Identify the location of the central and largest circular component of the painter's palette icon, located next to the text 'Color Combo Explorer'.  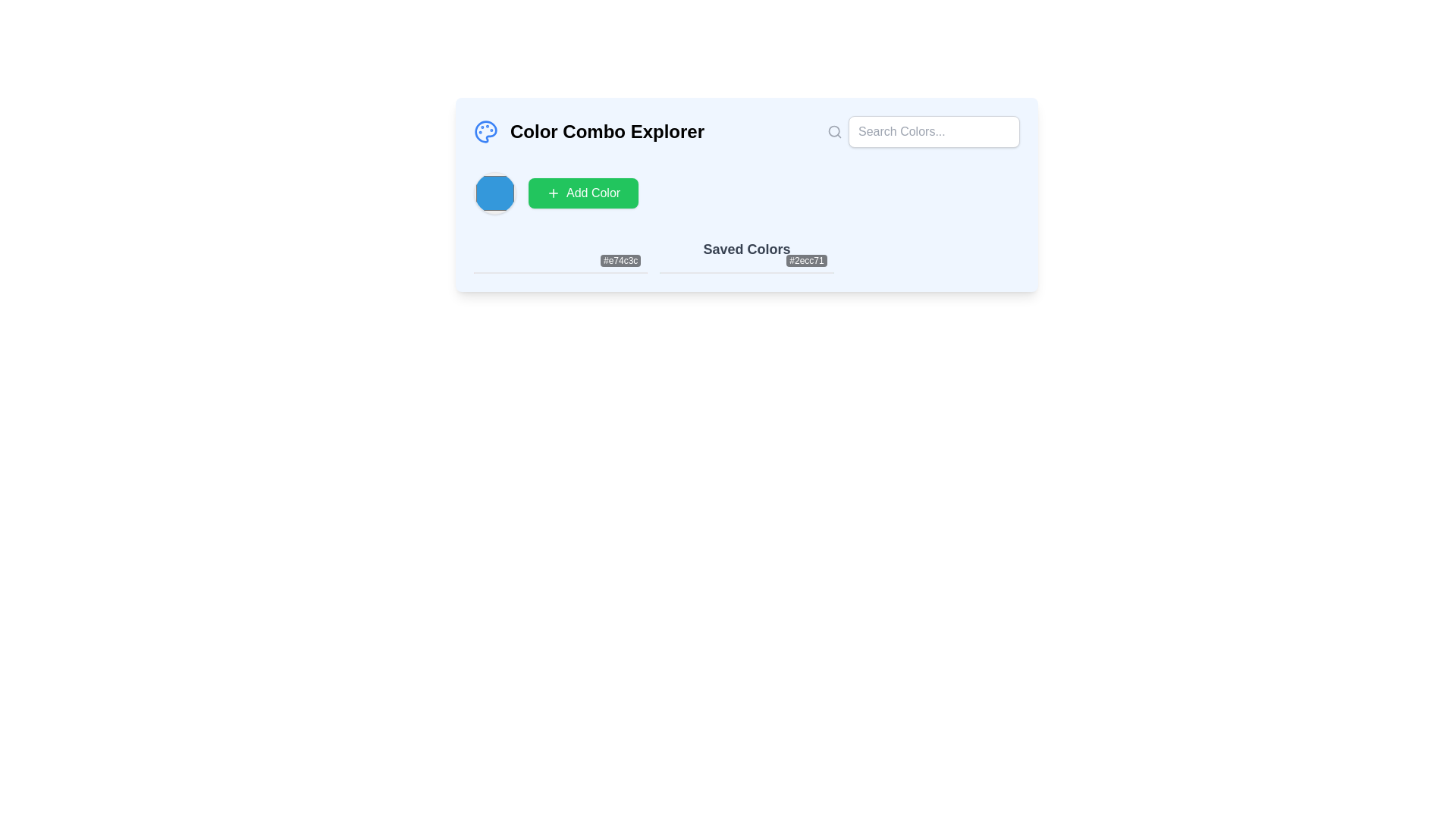
(485, 130).